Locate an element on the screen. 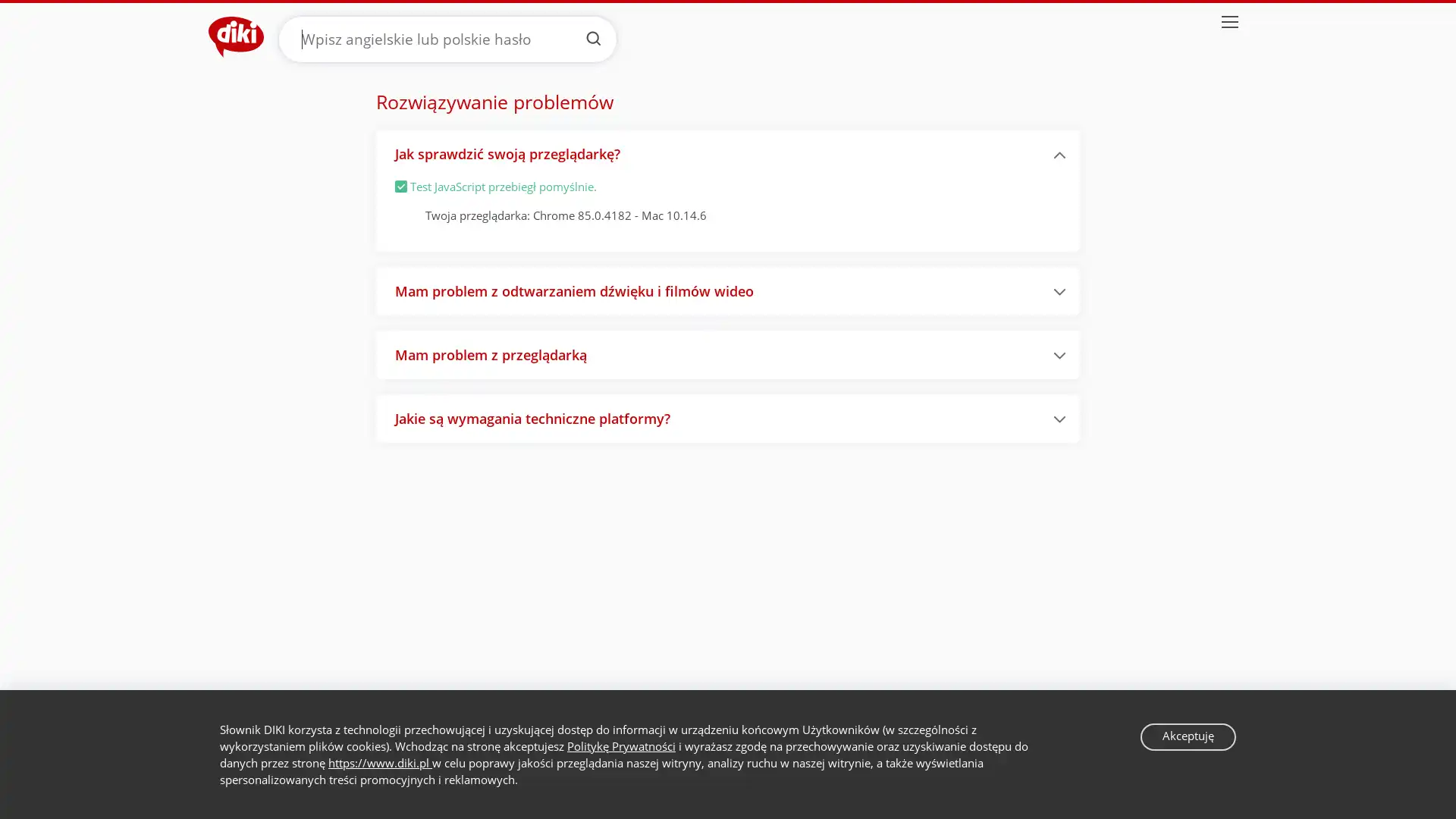 The image size is (1456, 819). Szukaj is located at coordinates (592, 37).